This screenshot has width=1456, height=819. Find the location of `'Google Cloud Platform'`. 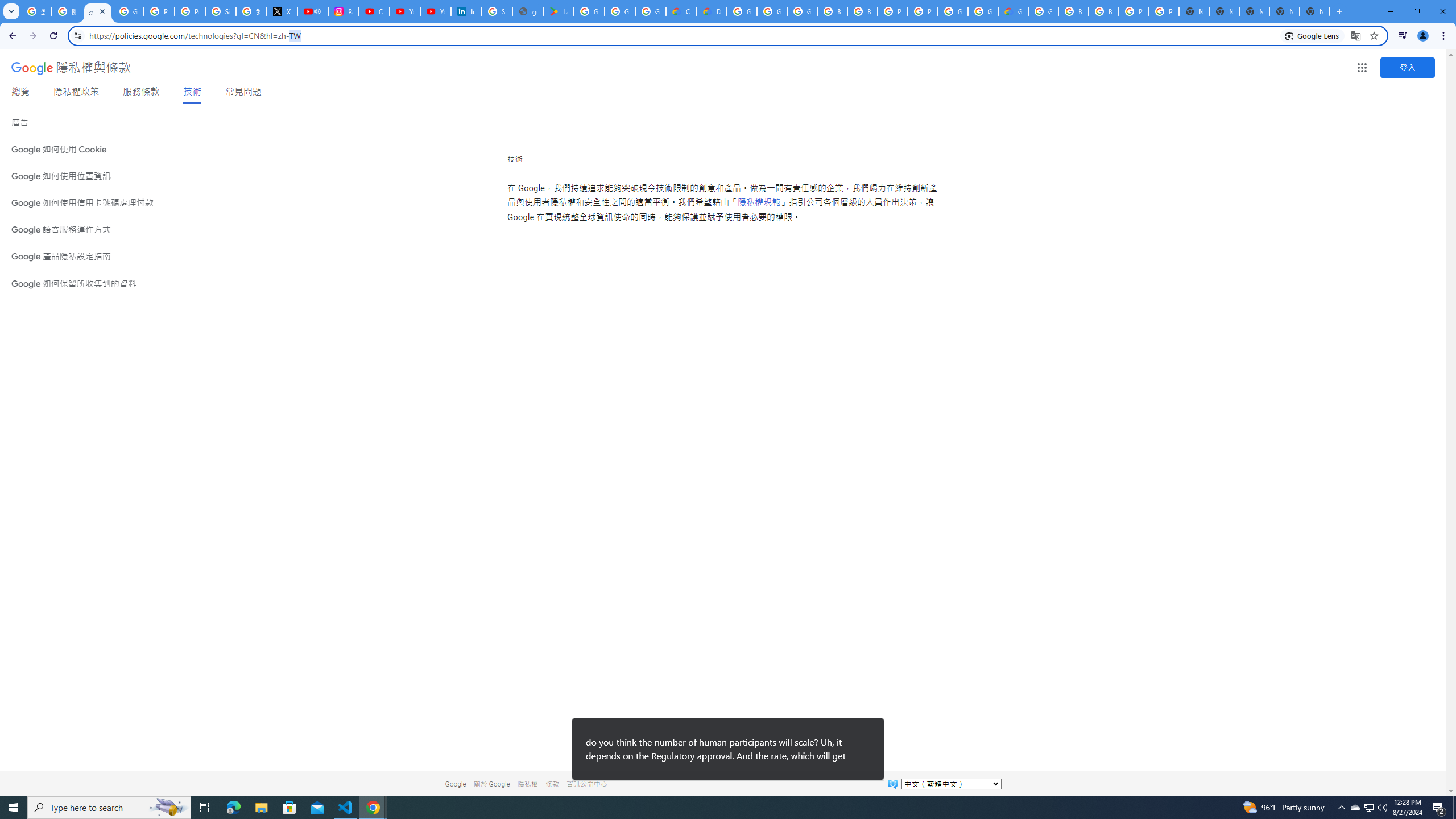

'Google Cloud Platform' is located at coordinates (983, 11).